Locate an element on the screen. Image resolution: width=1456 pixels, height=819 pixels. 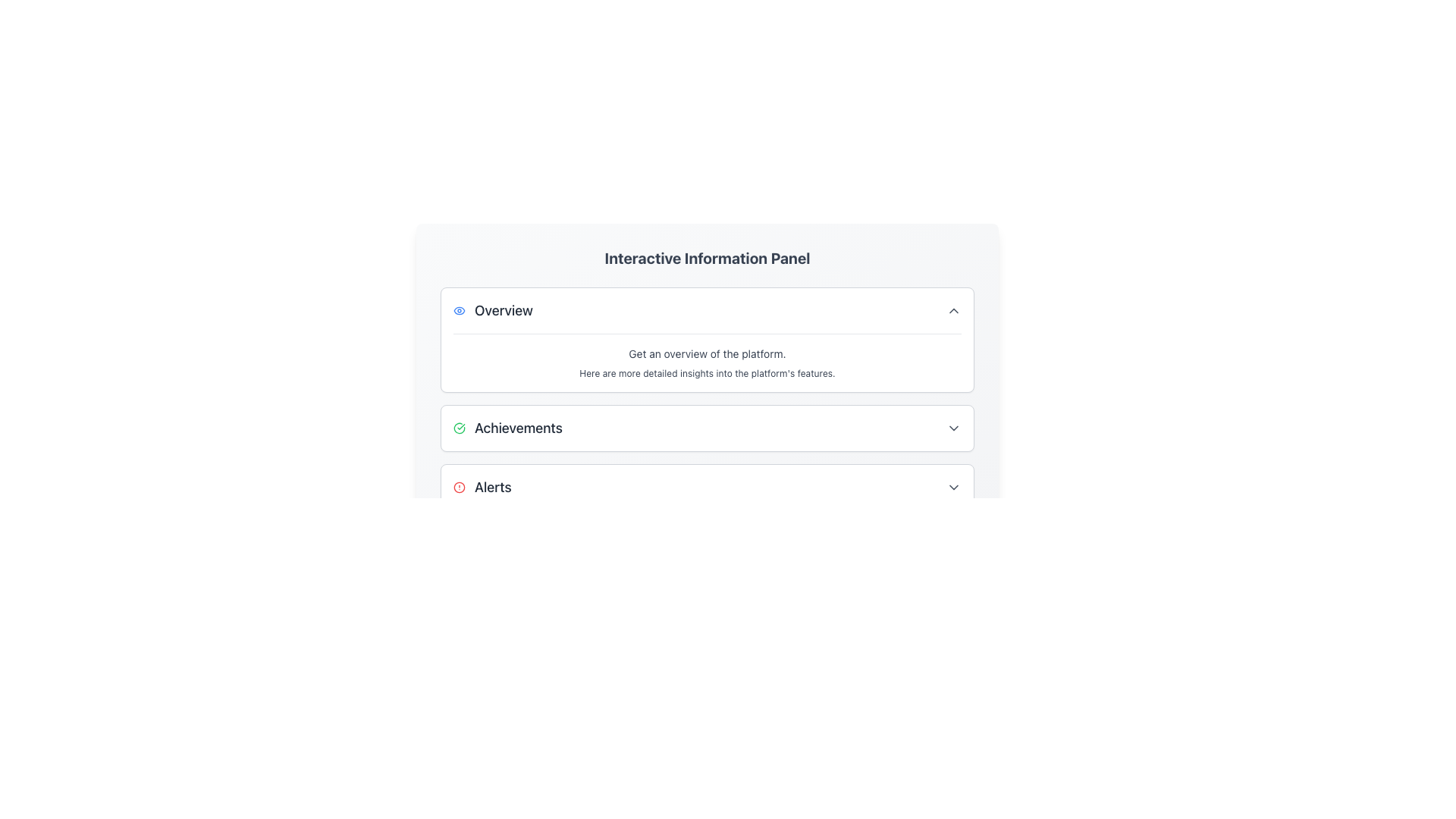
the downward-facing chevron icon in the top-right corner of the 'Alerts' section is located at coordinates (952, 488).